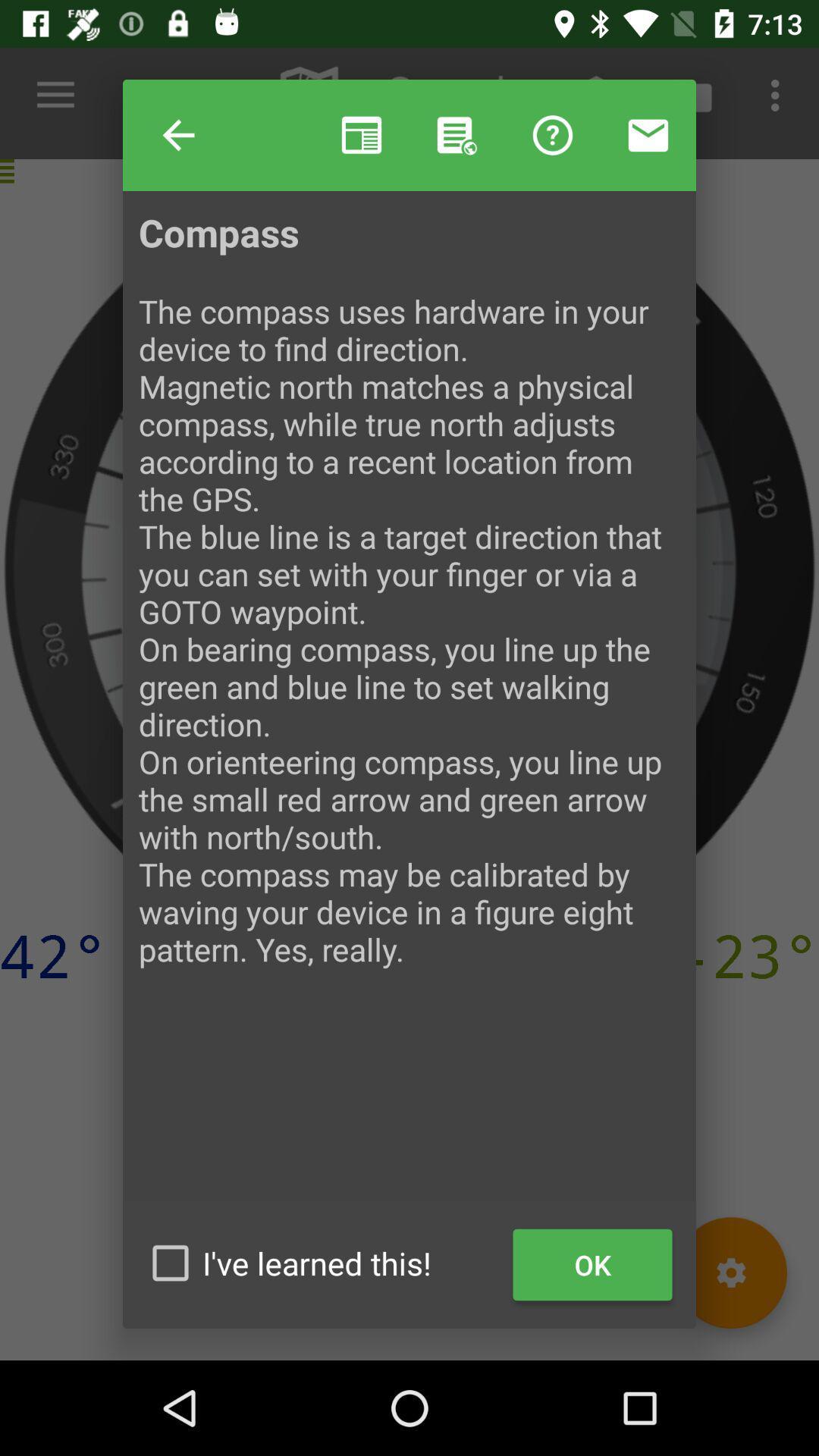  Describe the element at coordinates (591, 1265) in the screenshot. I see `the ok icon` at that location.